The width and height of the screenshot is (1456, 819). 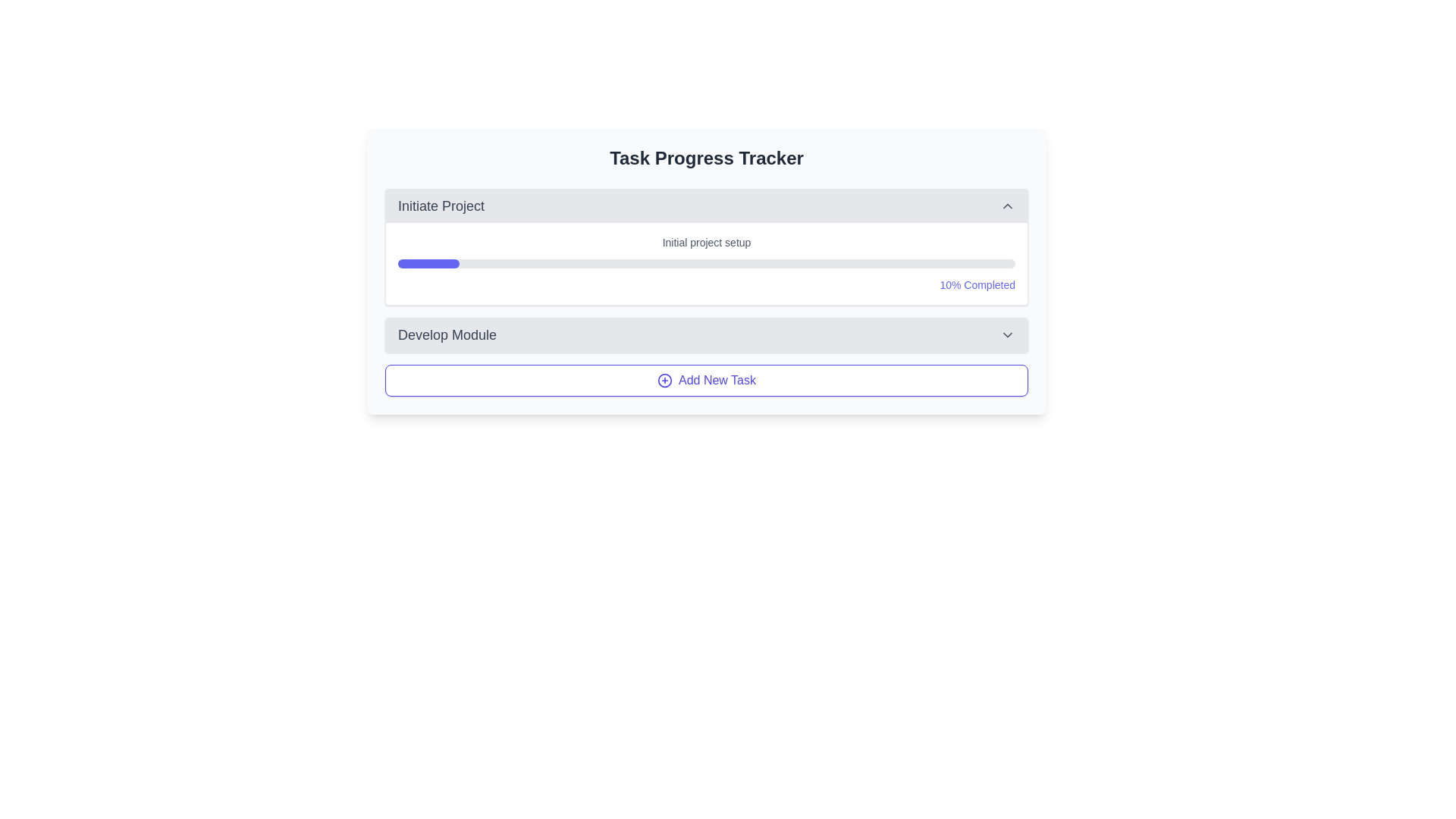 I want to click on the button labeled 'Add New Task' which contains the circular icon with a '+' symbol, so click(x=665, y=379).